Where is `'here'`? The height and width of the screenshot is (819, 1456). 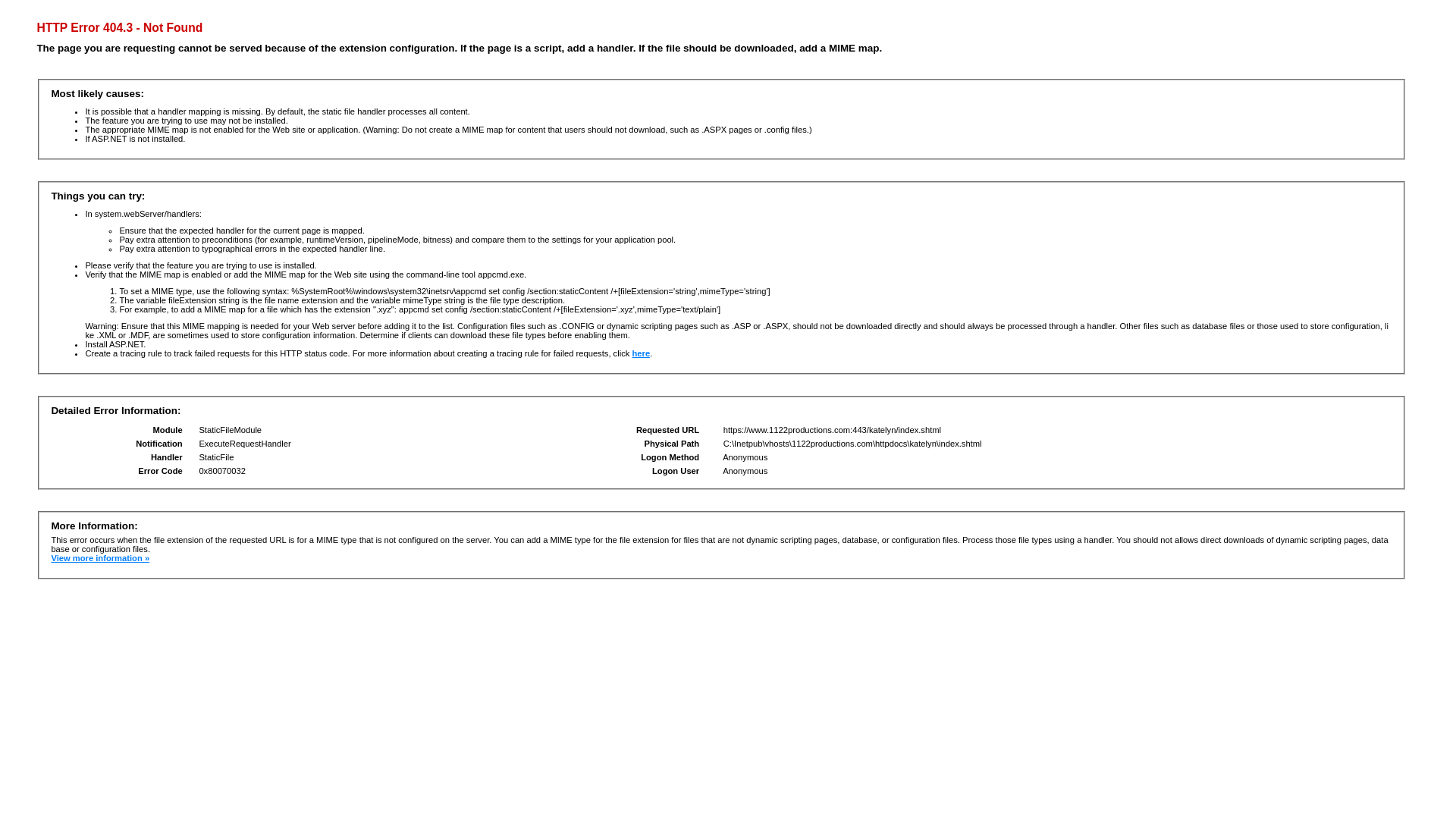 'here' is located at coordinates (640, 353).